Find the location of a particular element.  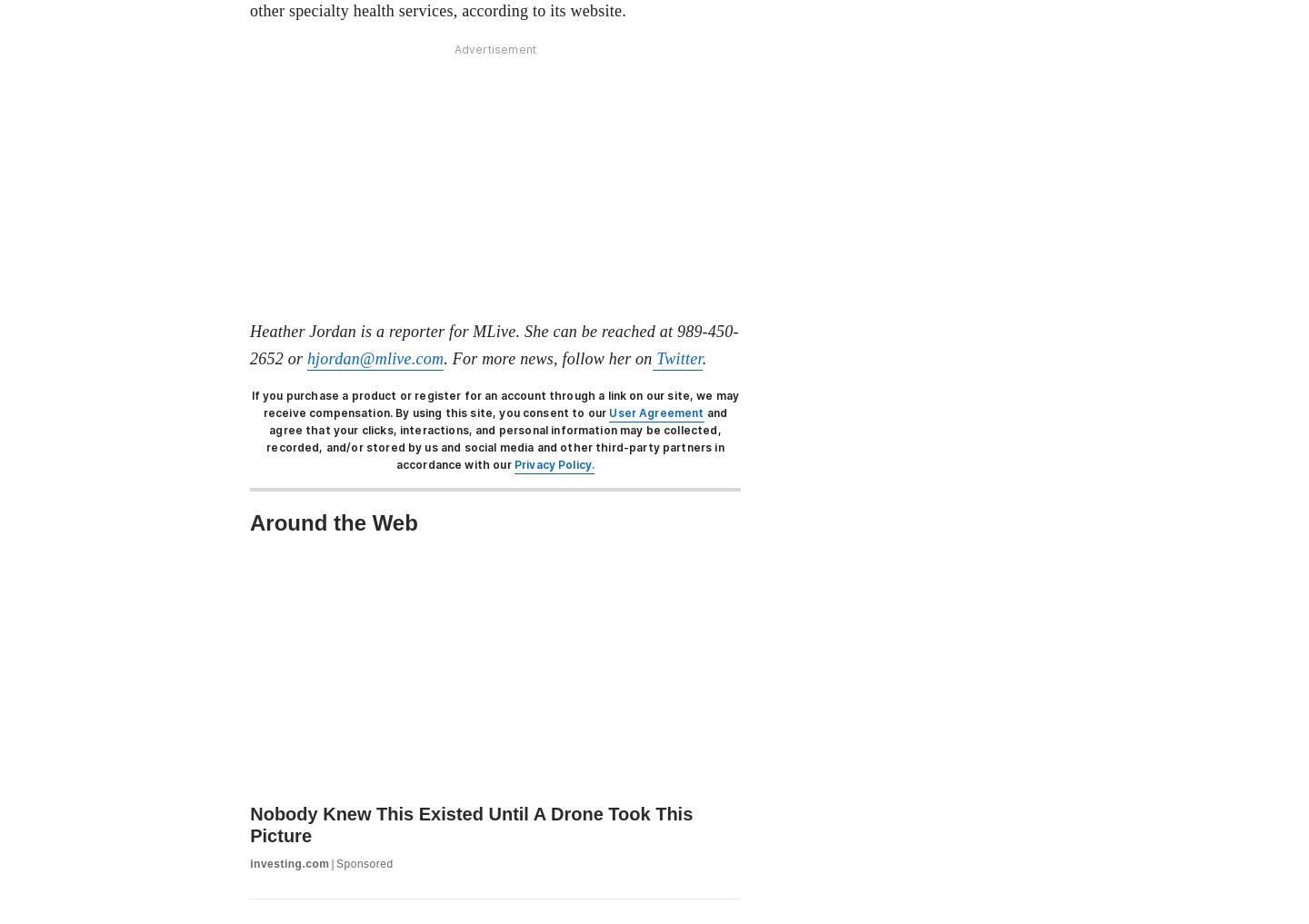

'. For more news, follow her on' is located at coordinates (546, 356).